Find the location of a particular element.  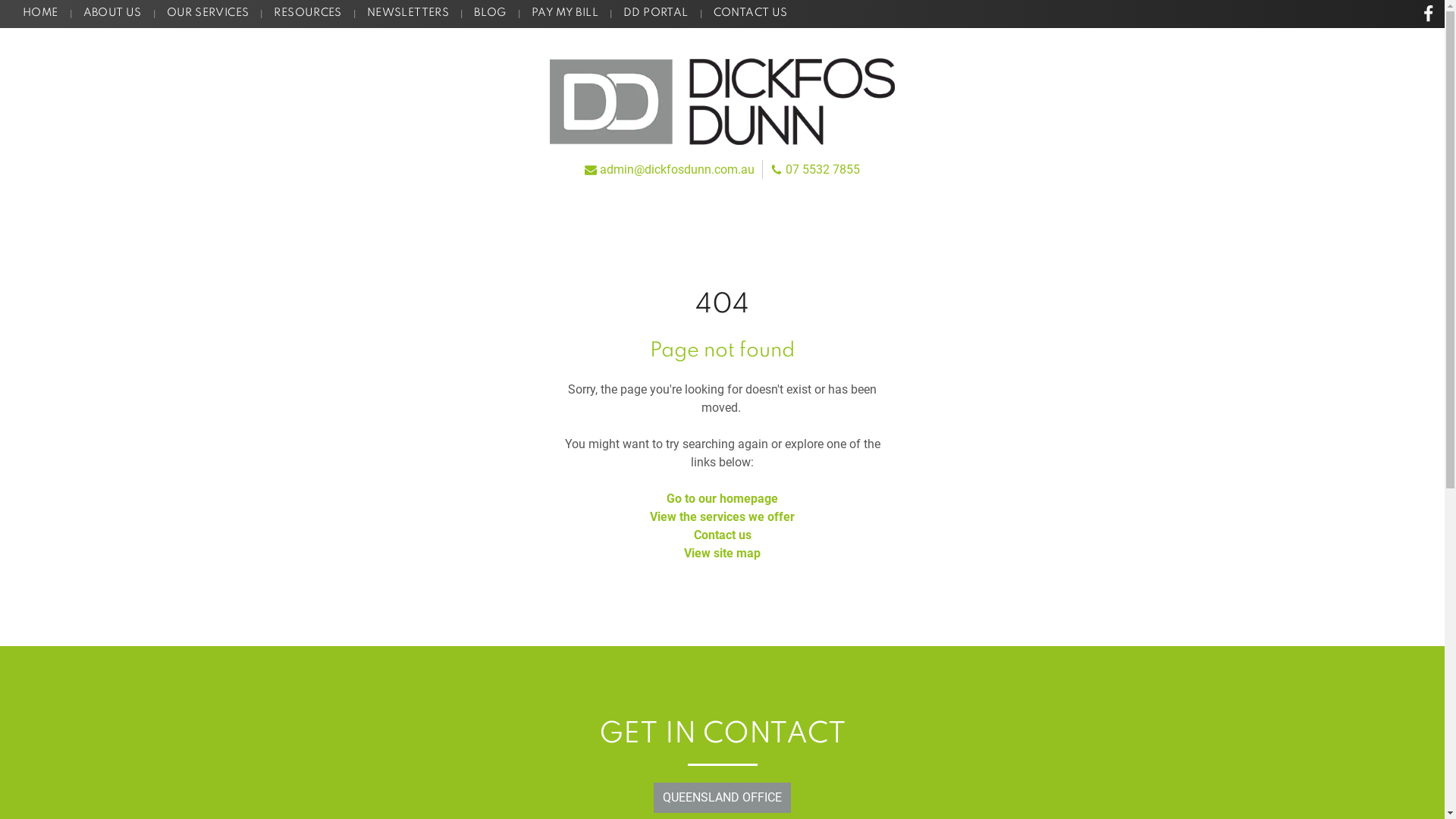

'View site map' is located at coordinates (721, 553).